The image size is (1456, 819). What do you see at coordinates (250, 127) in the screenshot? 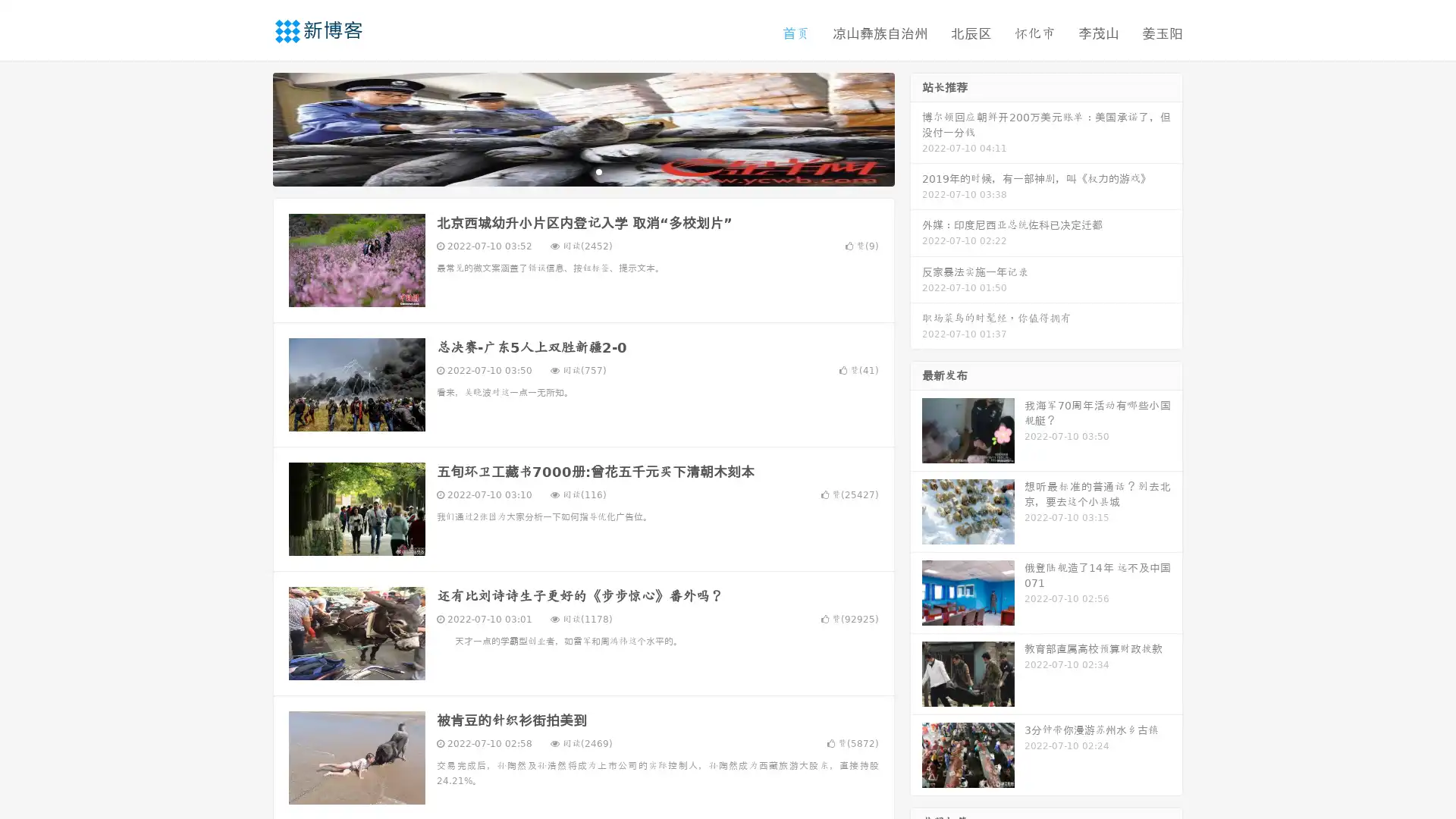
I see `Previous slide` at bounding box center [250, 127].